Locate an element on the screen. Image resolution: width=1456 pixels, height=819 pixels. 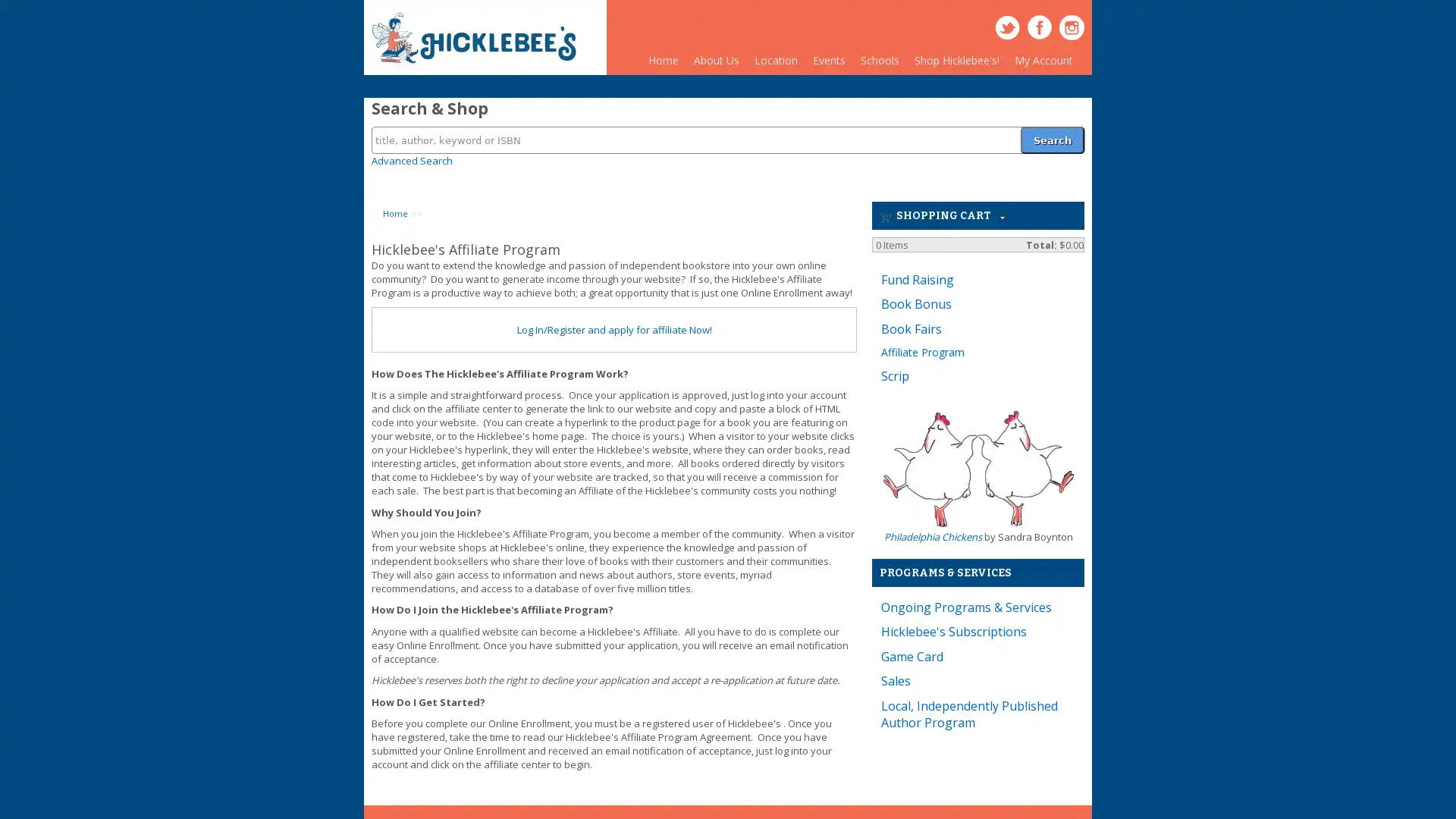
Search is located at coordinates (1051, 130).